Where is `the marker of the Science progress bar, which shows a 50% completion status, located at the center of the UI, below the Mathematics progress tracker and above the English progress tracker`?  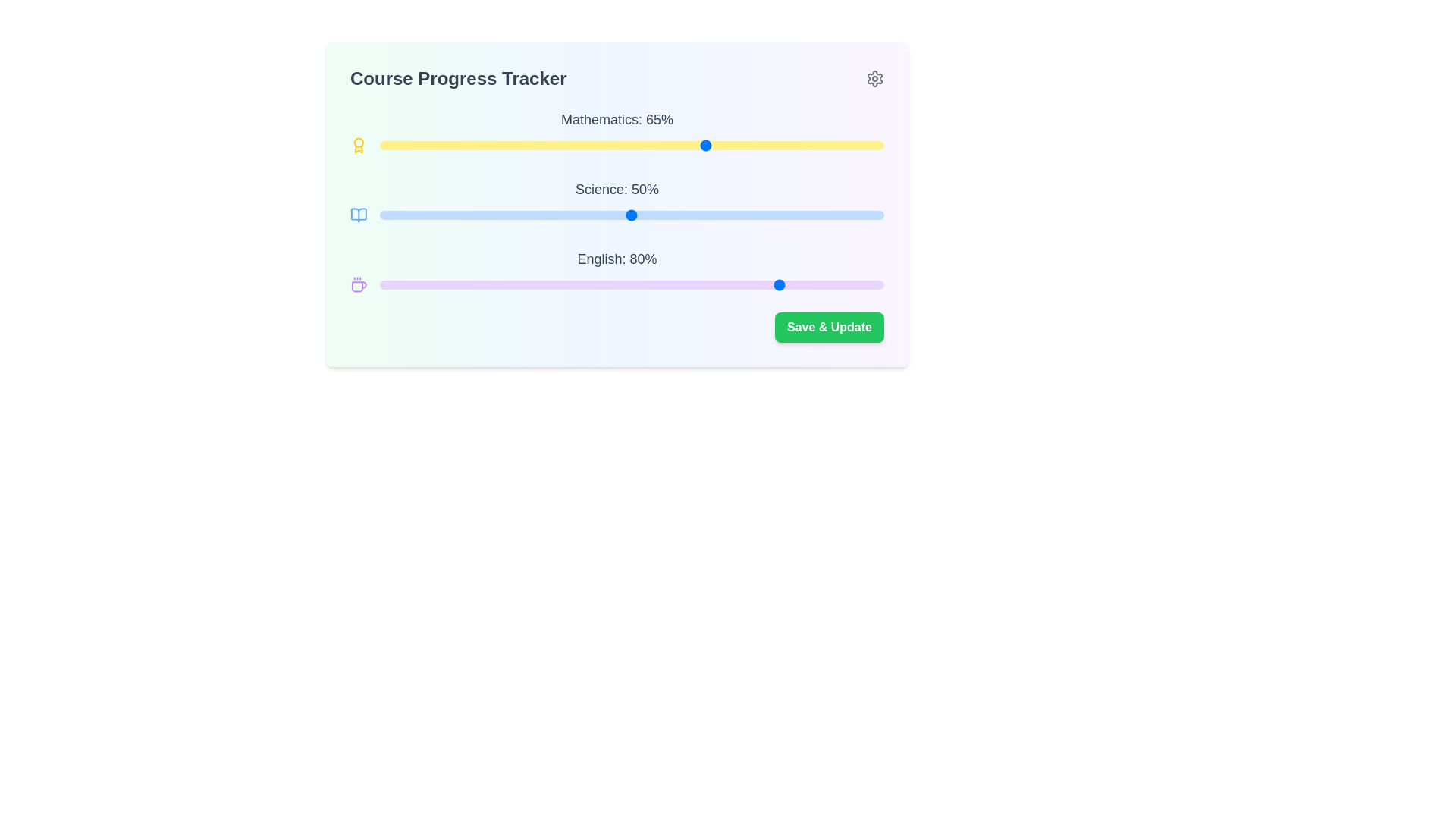
the marker of the Science progress bar, which shows a 50% completion status, located at the center of the UI, below the Mathematics progress tracker and above the English progress tracker is located at coordinates (617, 205).